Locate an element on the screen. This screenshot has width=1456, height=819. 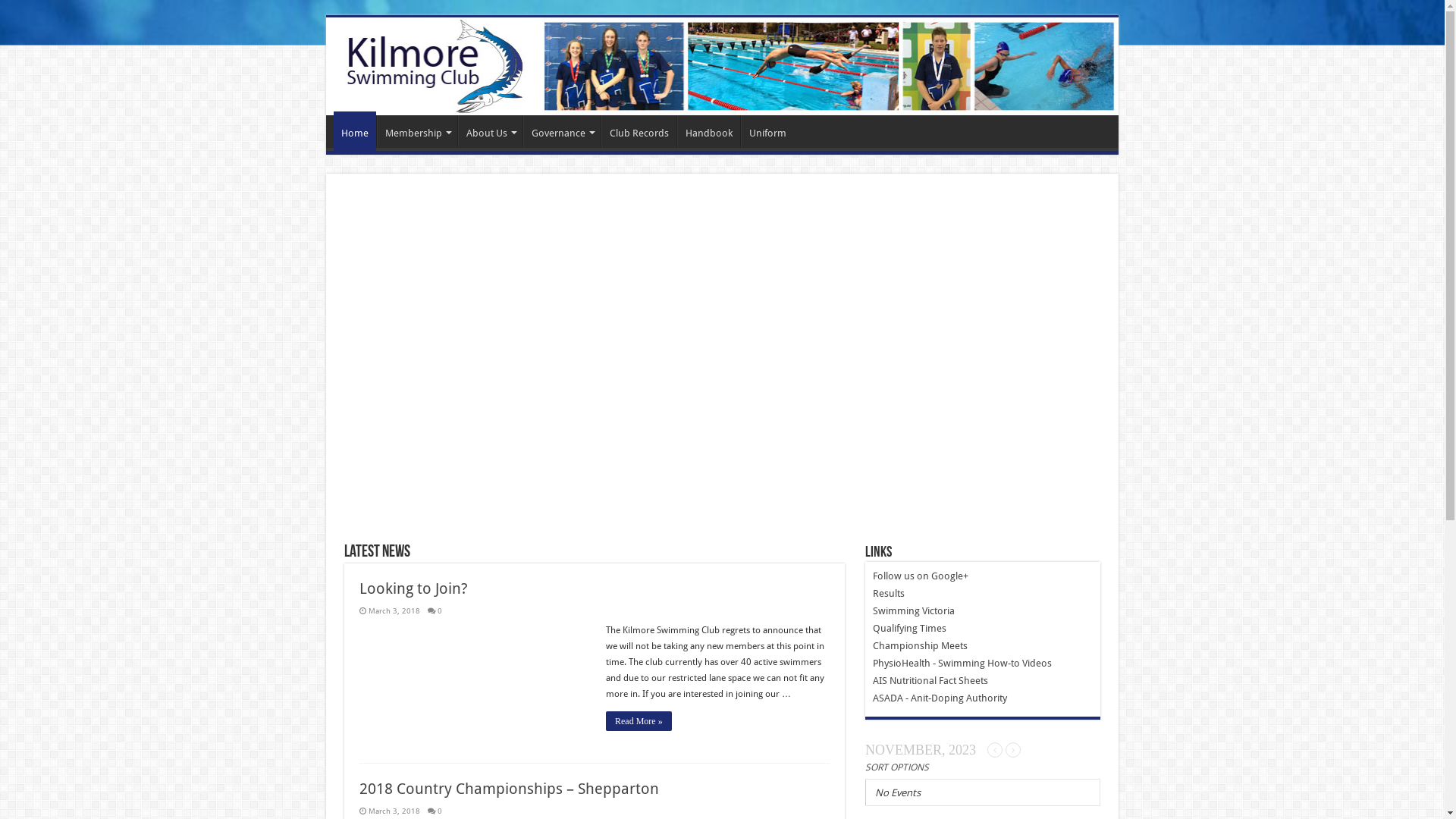
'About Us' is located at coordinates (490, 130).